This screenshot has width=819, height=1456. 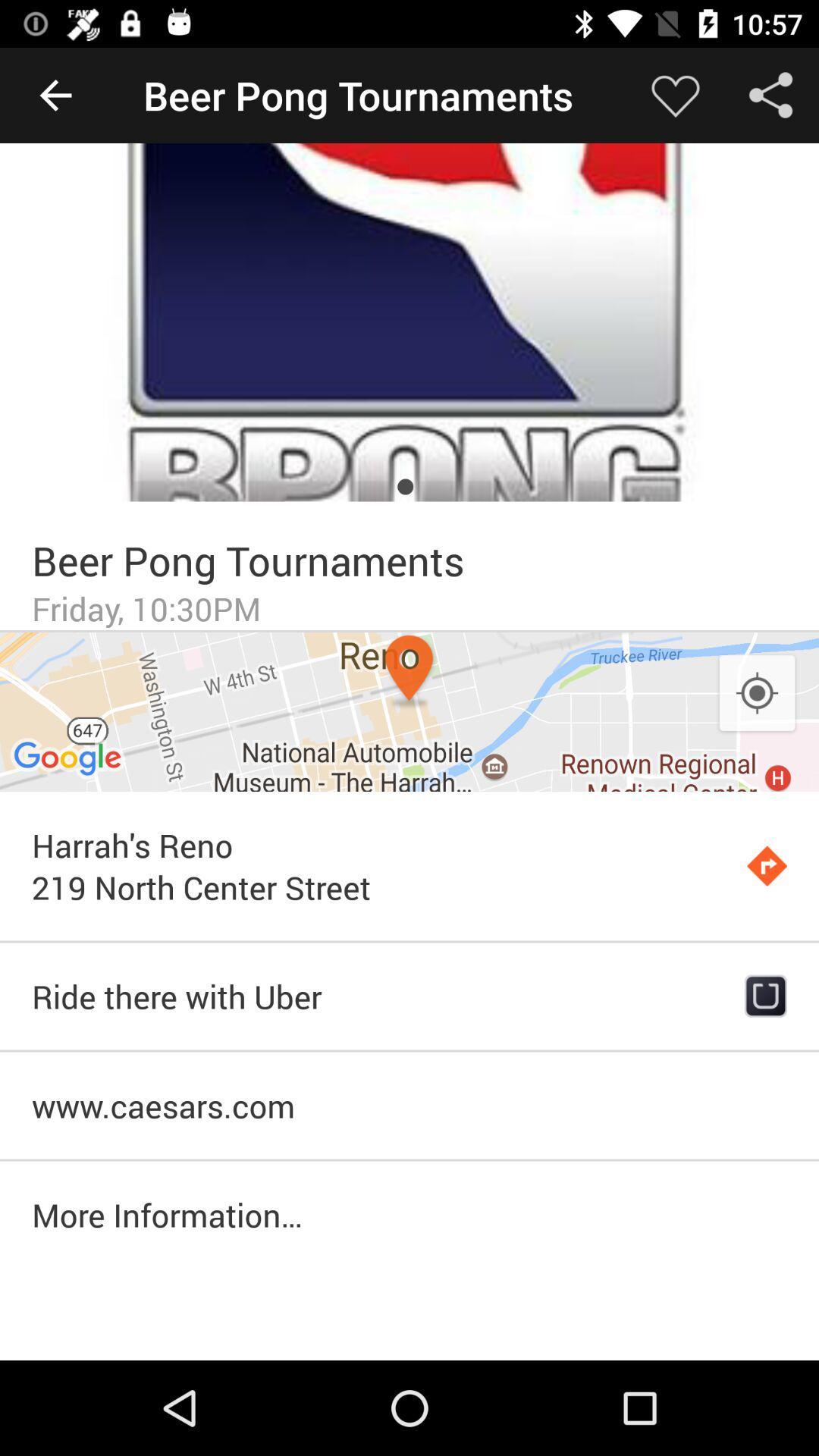 What do you see at coordinates (757, 693) in the screenshot?
I see `the item above the harrah s reno icon` at bounding box center [757, 693].